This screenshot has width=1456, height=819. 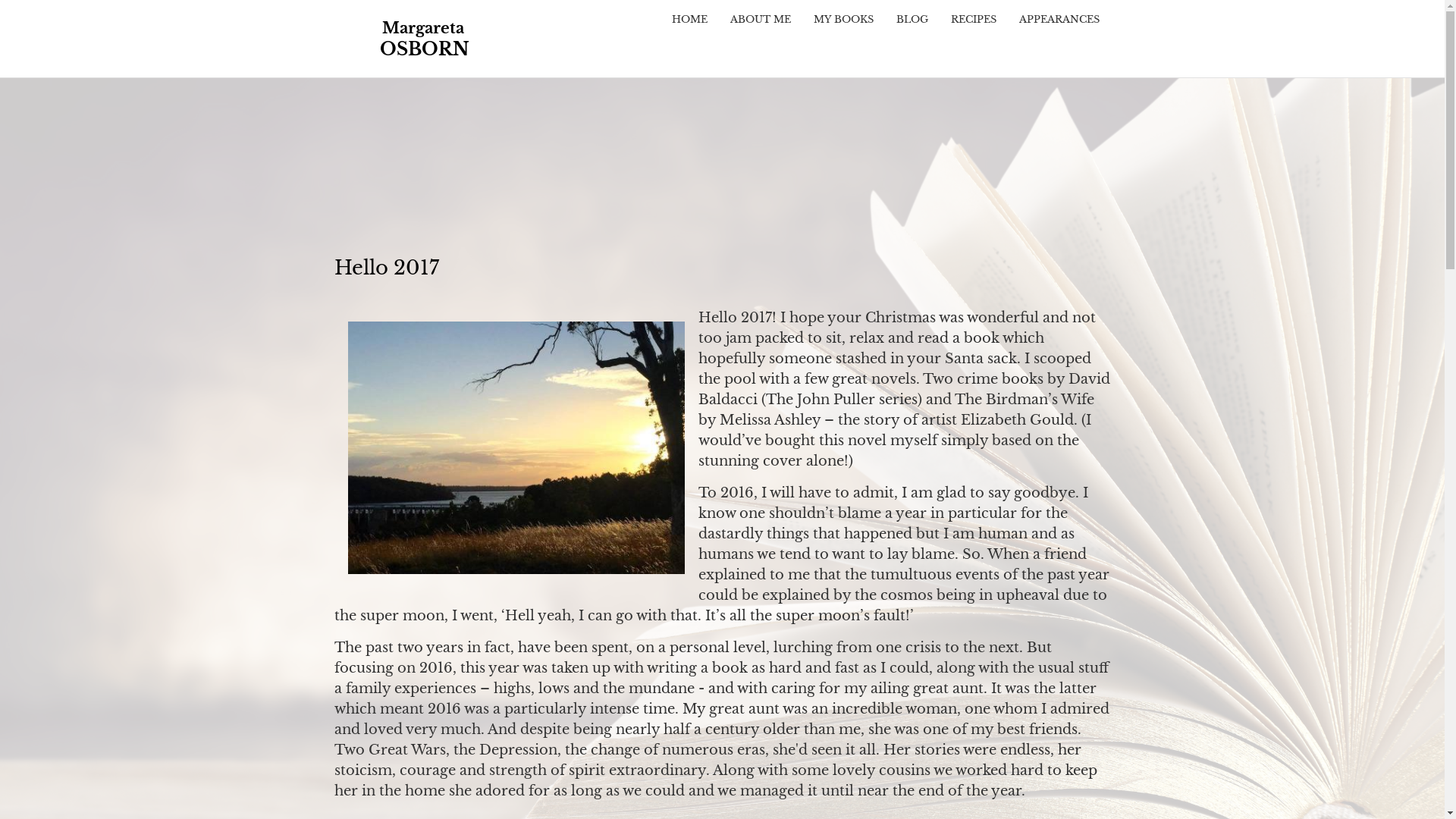 I want to click on 'Home', so click(x=422, y=37).